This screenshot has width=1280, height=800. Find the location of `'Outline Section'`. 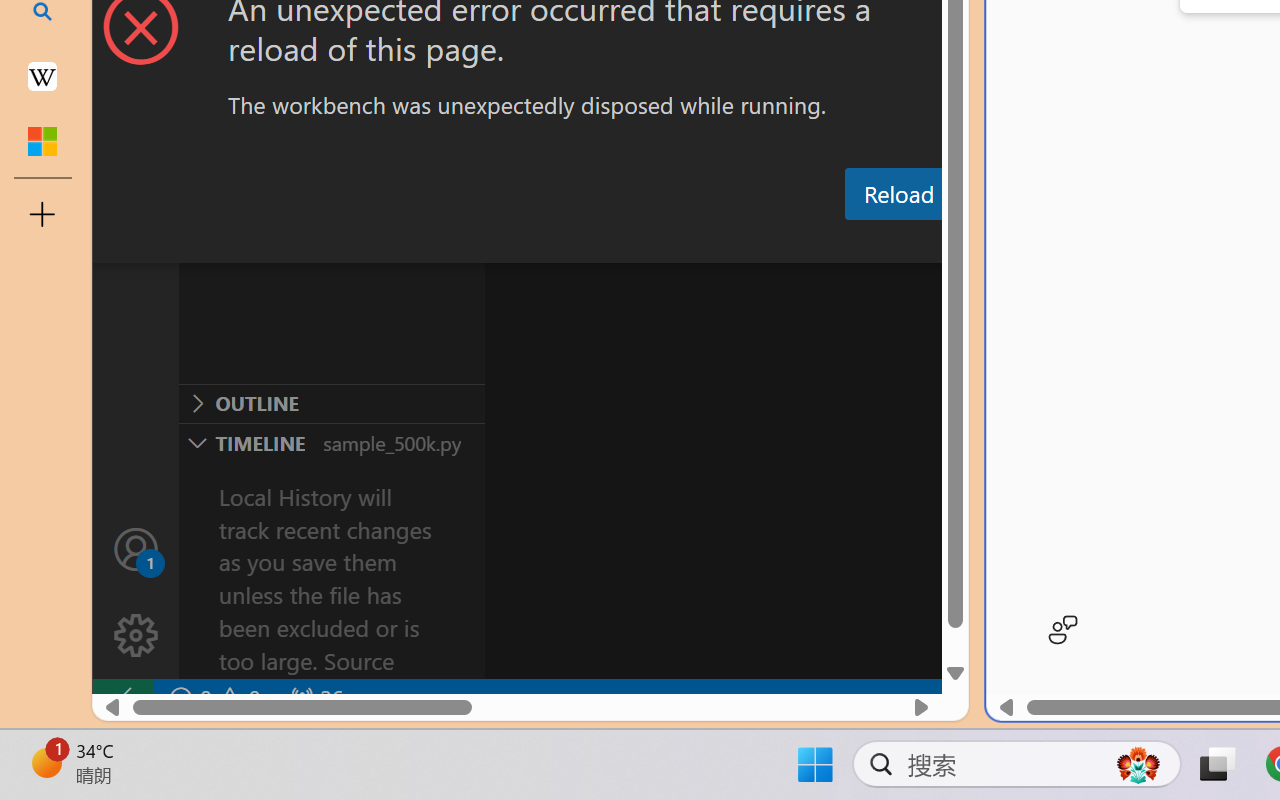

'Outline Section' is located at coordinates (331, 403).